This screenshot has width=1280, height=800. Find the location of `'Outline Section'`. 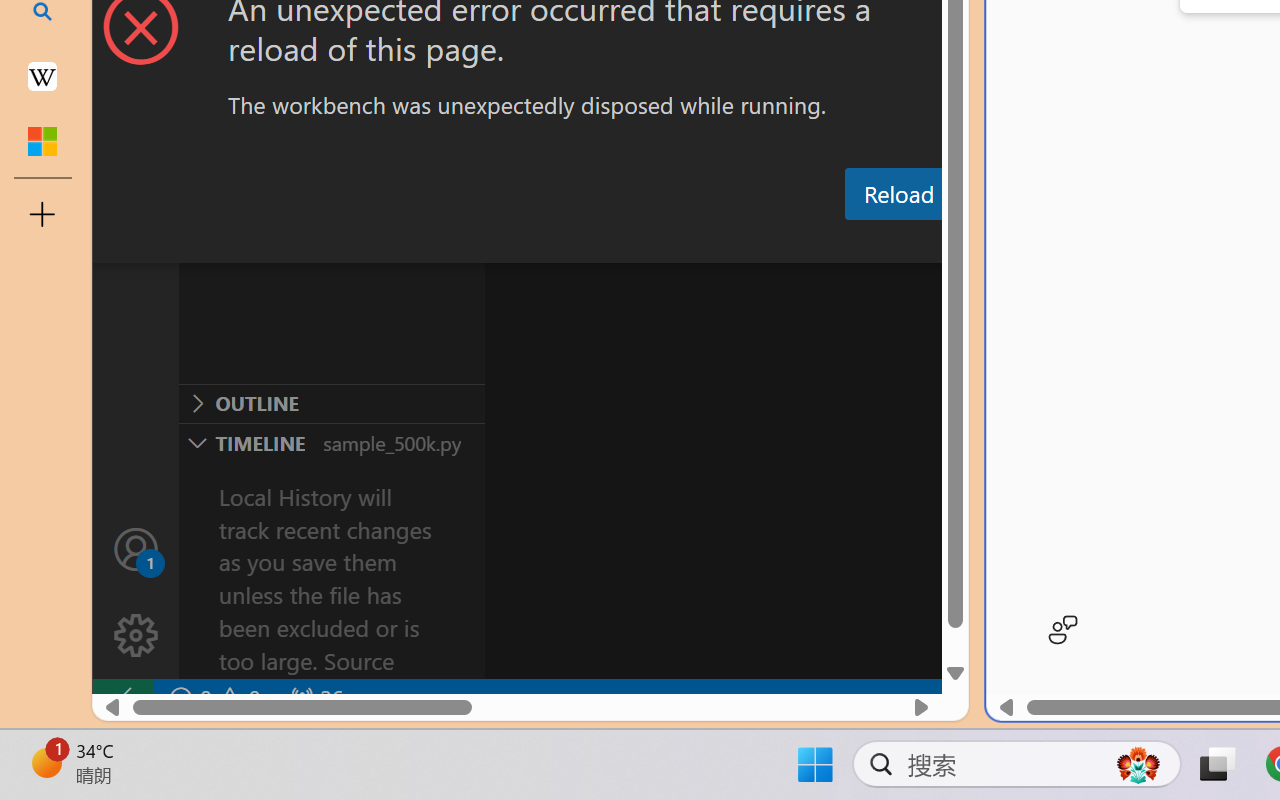

'Outline Section' is located at coordinates (331, 403).